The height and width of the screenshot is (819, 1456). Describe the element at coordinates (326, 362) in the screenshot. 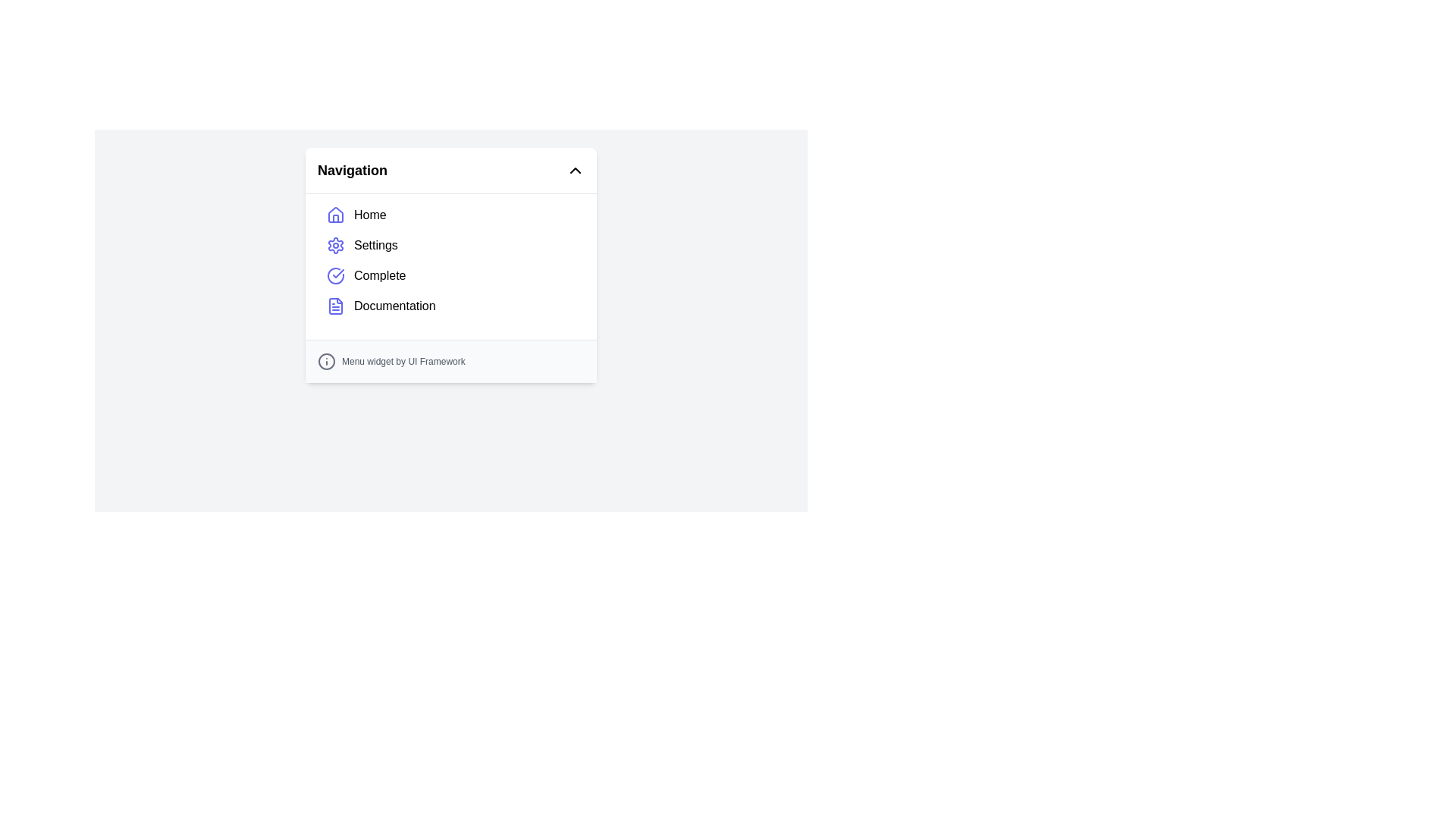

I see `the circular outline element, which is part of a compact icon located at the mid-bottom of the dialog box` at that location.